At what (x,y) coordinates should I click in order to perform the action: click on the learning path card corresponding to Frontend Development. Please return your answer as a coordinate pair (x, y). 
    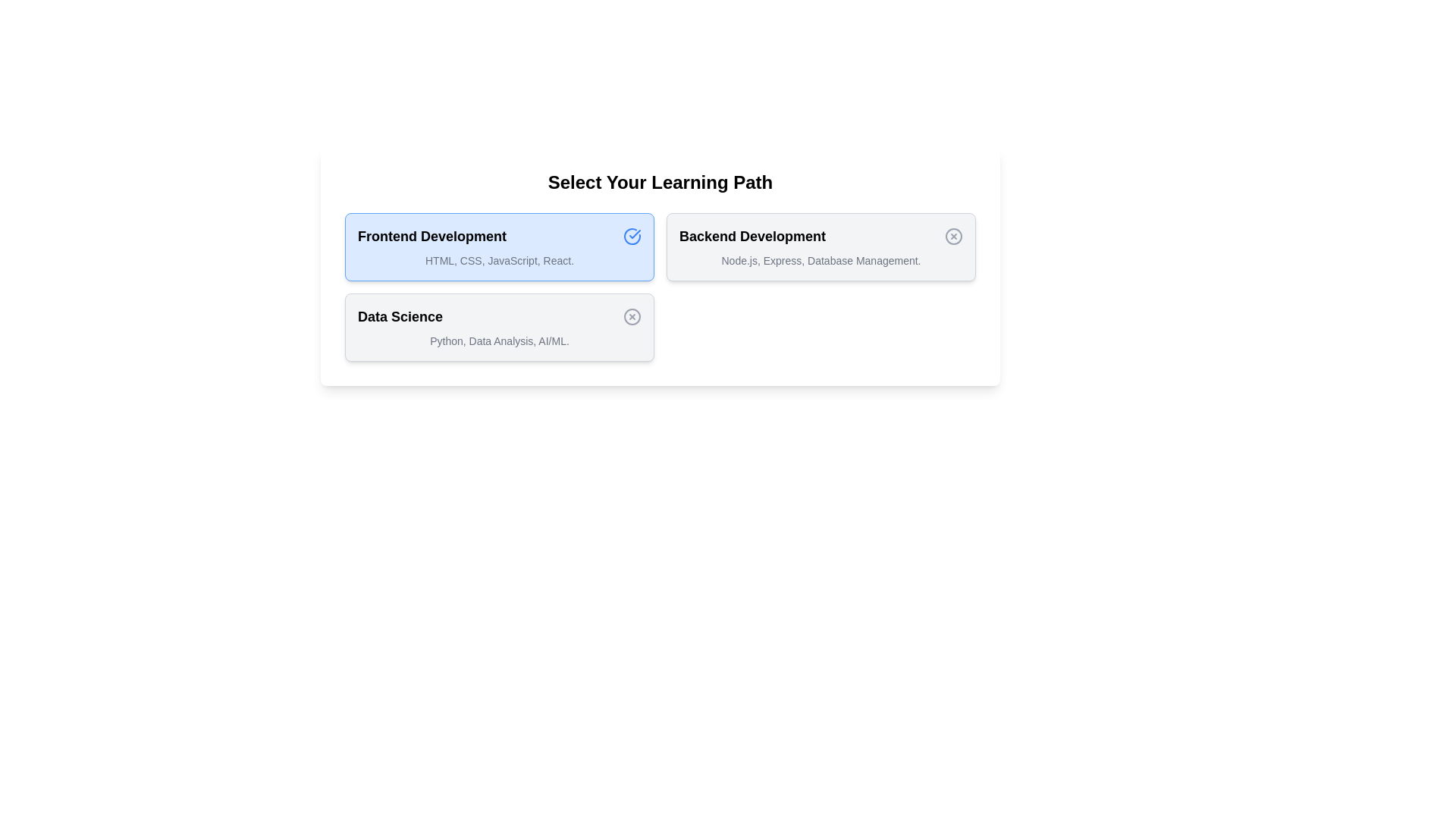
    Looking at the image, I should click on (499, 246).